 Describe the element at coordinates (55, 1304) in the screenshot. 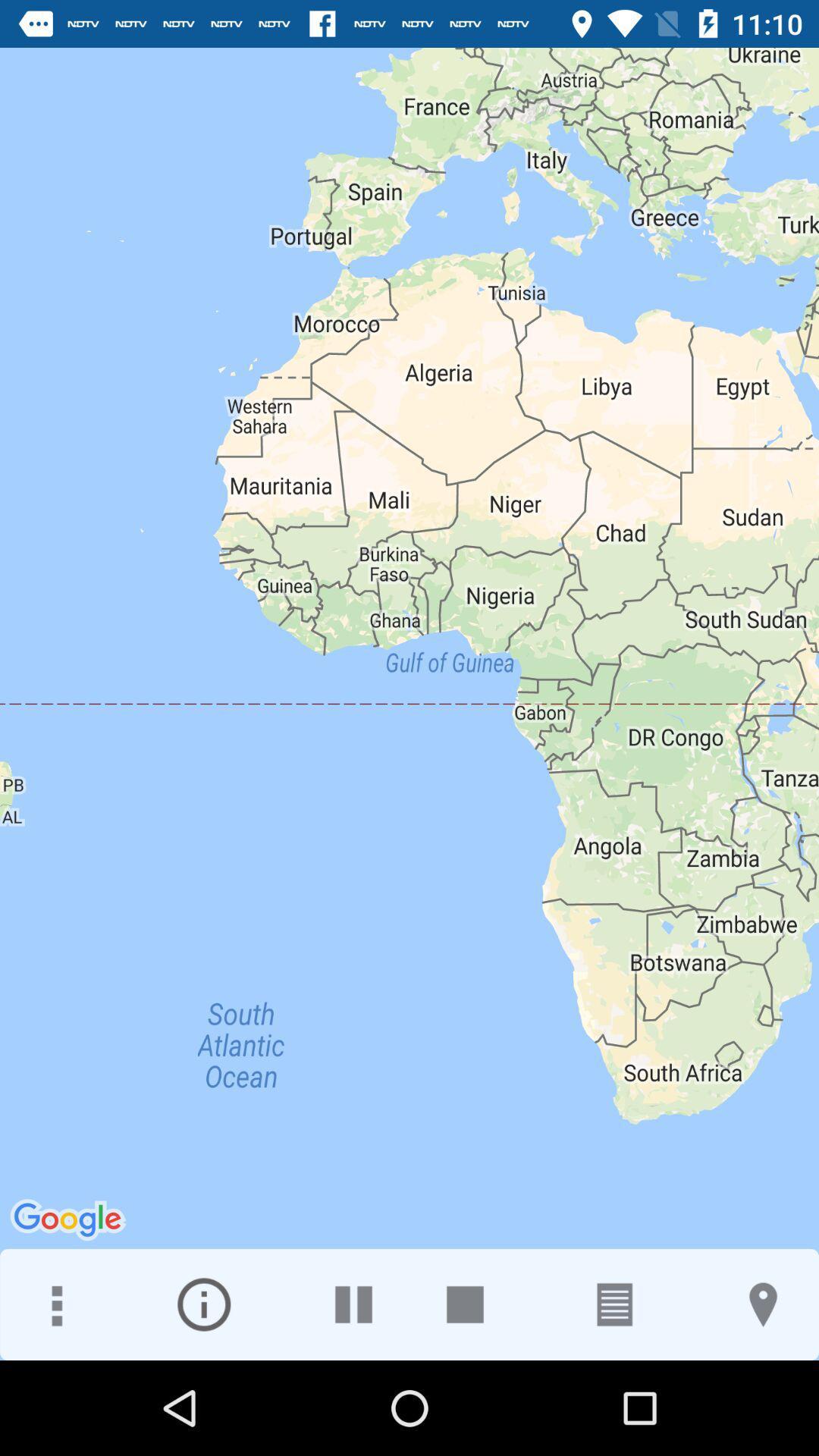

I see `the more icon` at that location.